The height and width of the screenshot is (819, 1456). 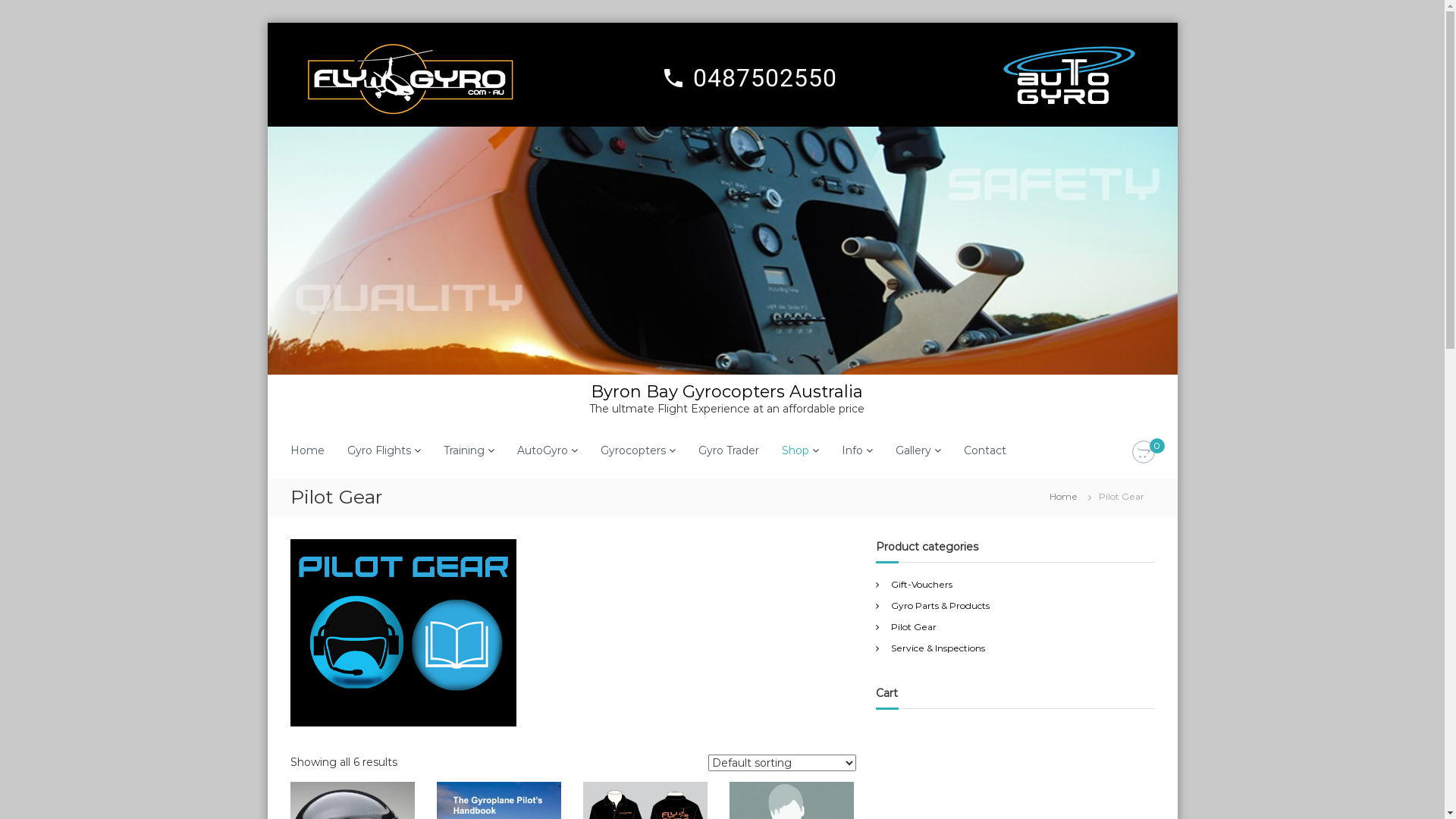 I want to click on 'Gyro Flights', so click(x=346, y=450).